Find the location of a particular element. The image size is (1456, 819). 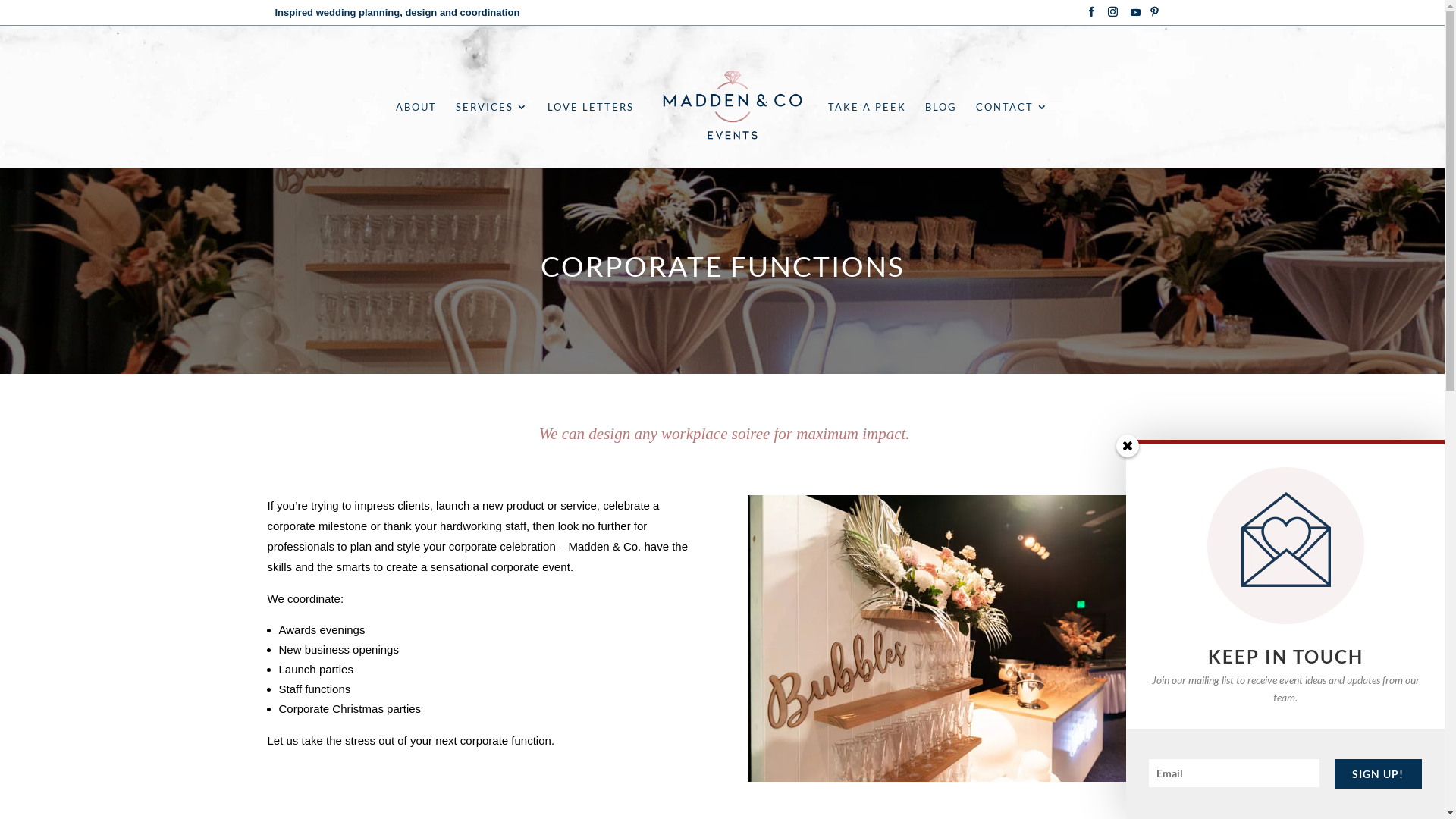

'LOVE LETTERS' is located at coordinates (589, 133).